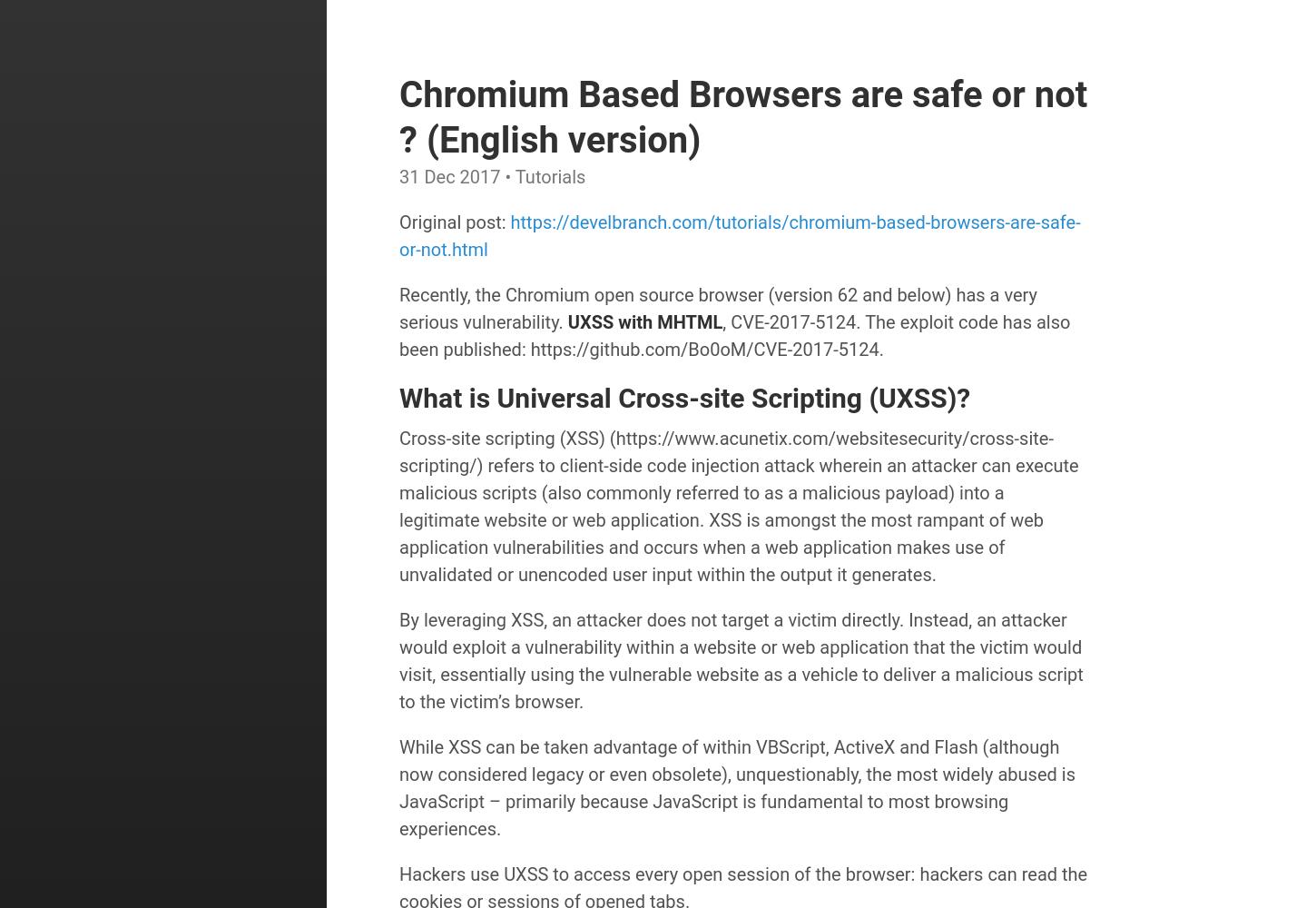 The height and width of the screenshot is (908, 1316). I want to click on 'UXSS with MHTML', so click(565, 321).